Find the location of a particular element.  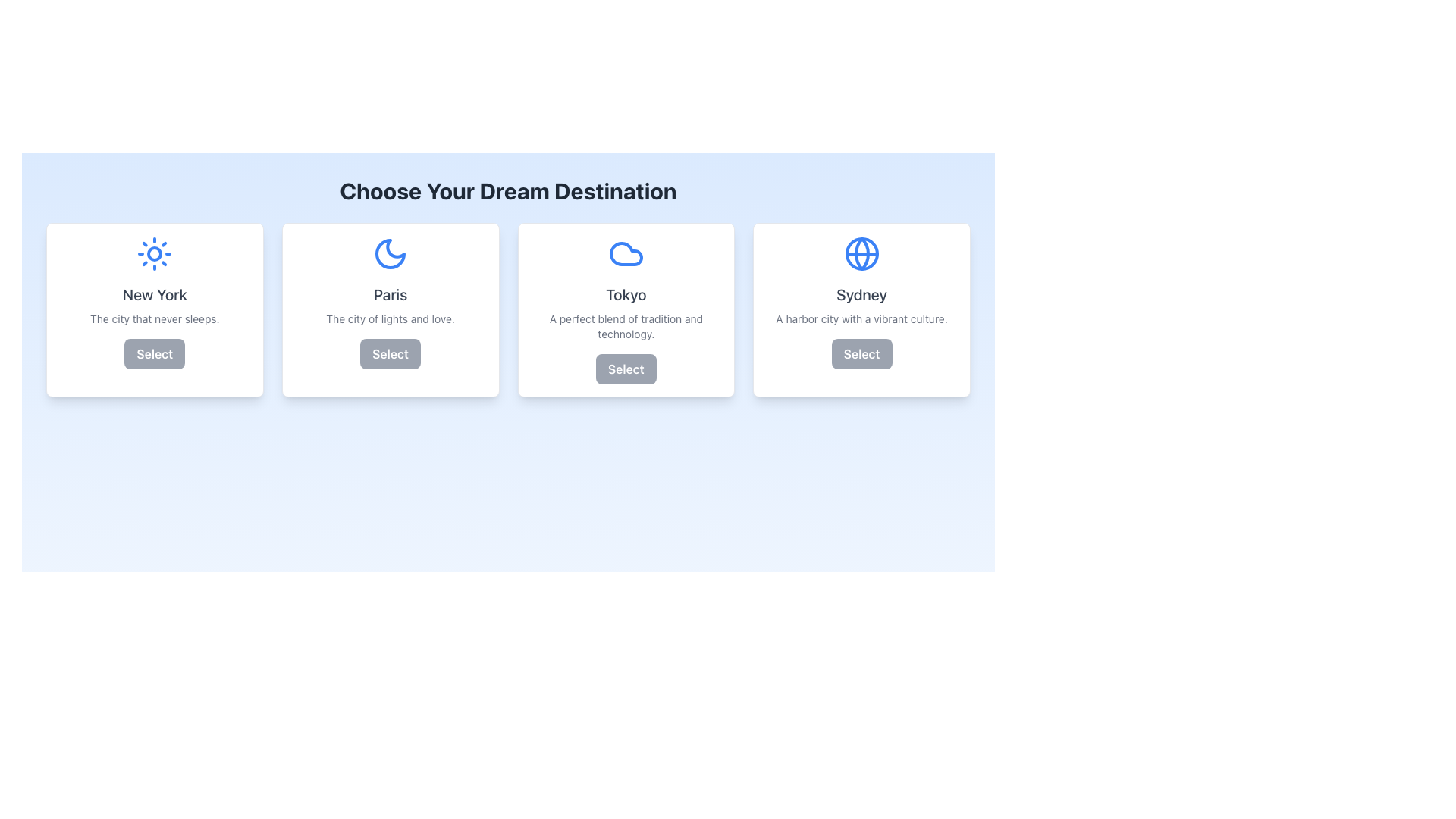

the text label reading 'The city that never sleeps.' which is a small gray subheading located beneath the larger 'New York' heading within a card on a blue background is located at coordinates (155, 318).